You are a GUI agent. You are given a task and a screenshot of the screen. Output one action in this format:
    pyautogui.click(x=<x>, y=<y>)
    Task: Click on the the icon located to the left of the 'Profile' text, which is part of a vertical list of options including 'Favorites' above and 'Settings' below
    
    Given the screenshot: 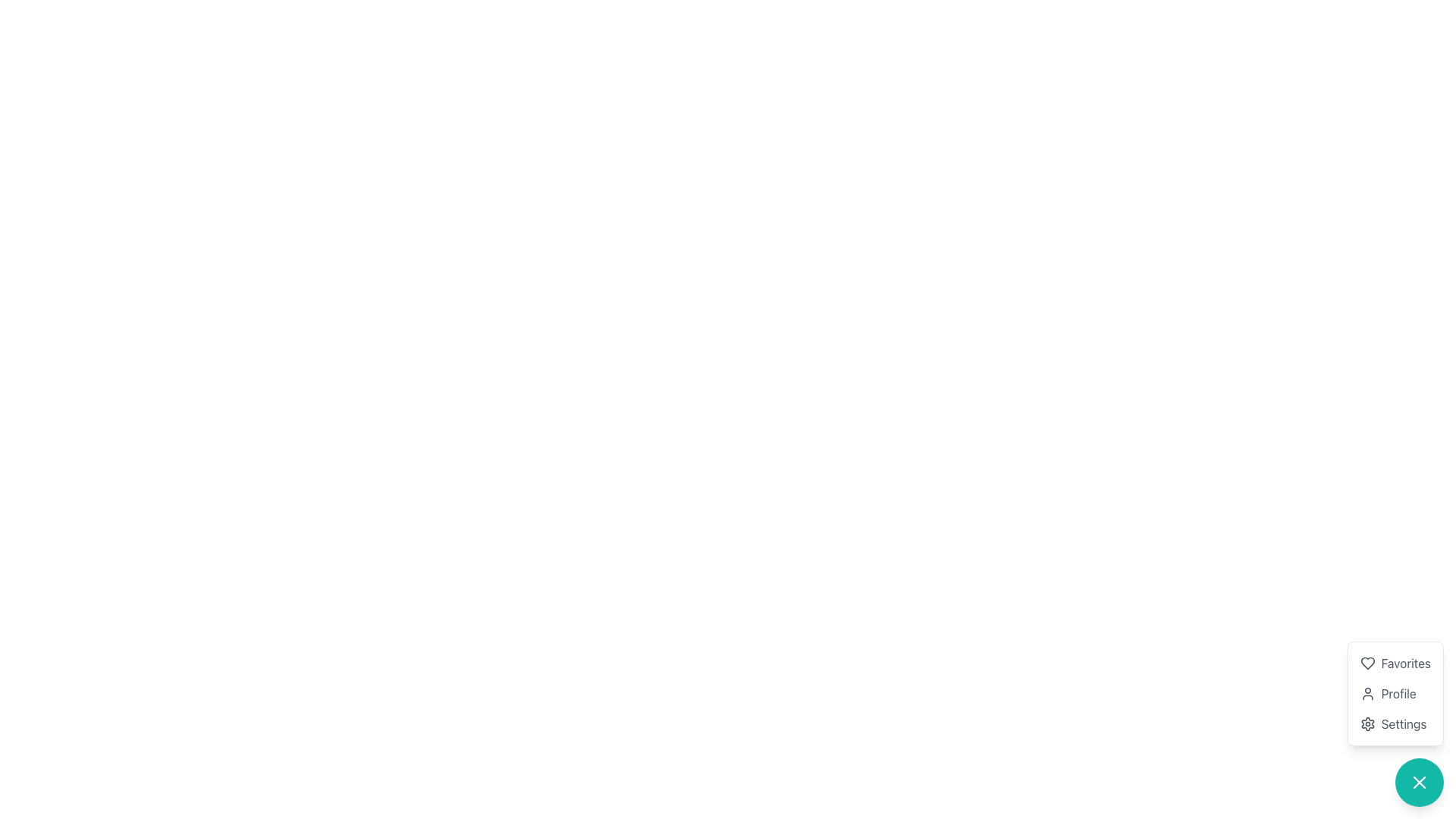 What is the action you would take?
    pyautogui.click(x=1367, y=693)
    